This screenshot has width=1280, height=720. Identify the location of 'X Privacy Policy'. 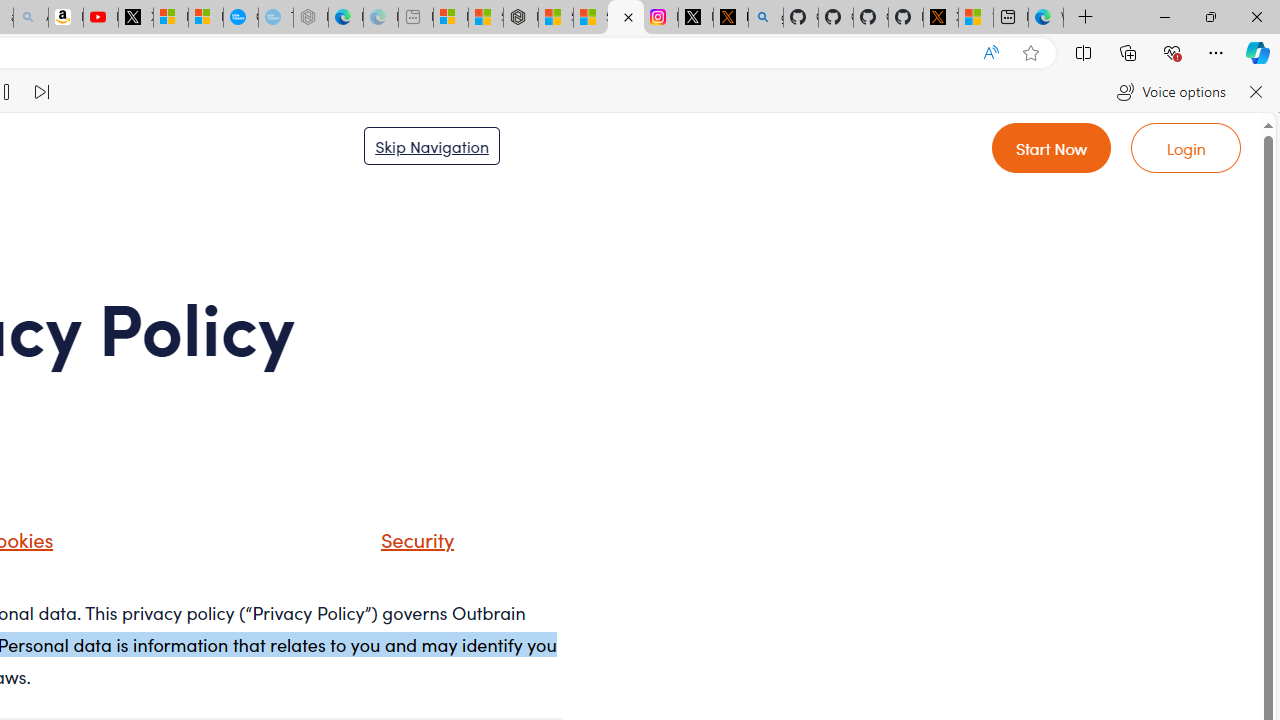
(939, 17).